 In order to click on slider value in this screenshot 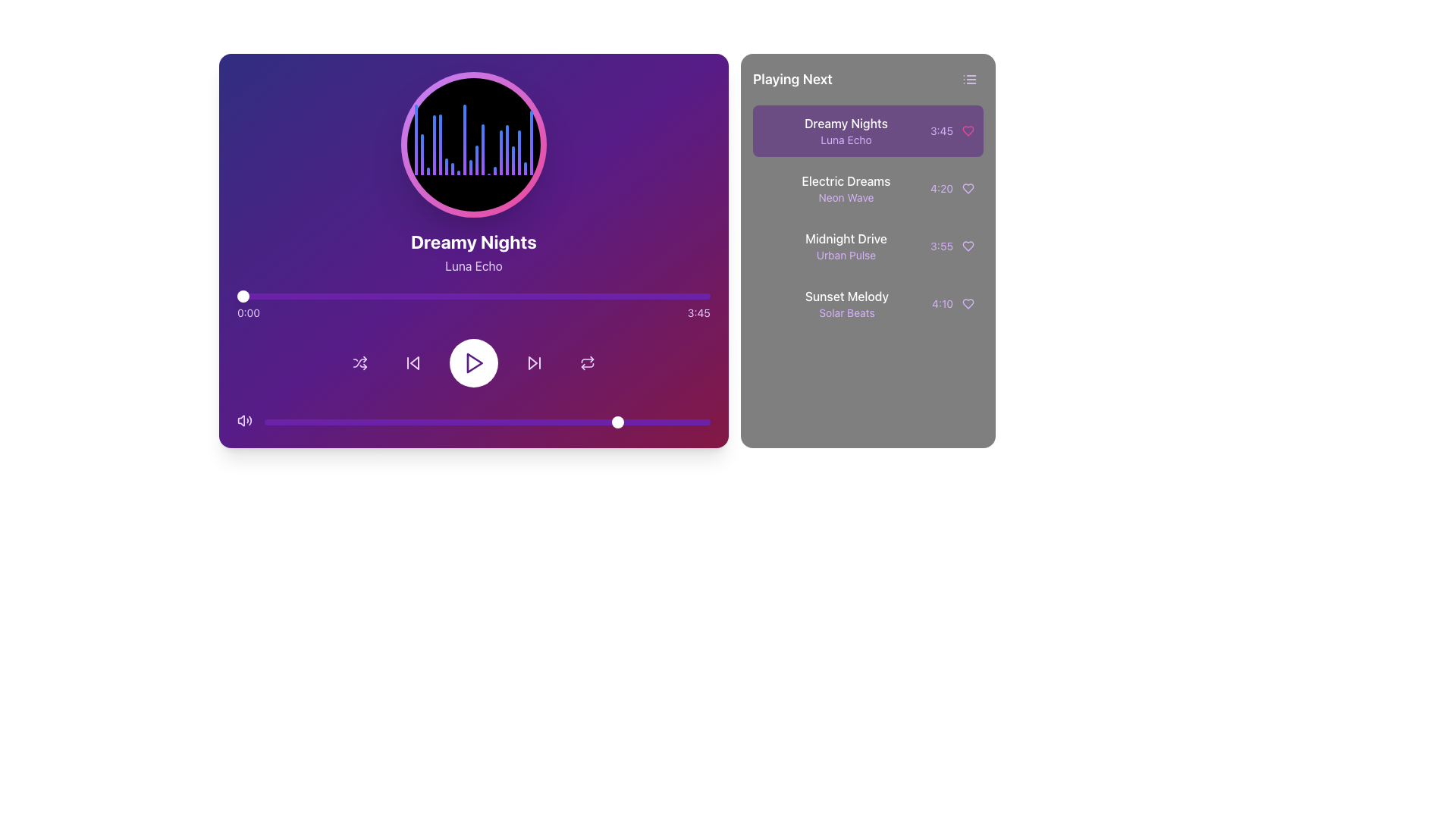, I will do `click(593, 422)`.